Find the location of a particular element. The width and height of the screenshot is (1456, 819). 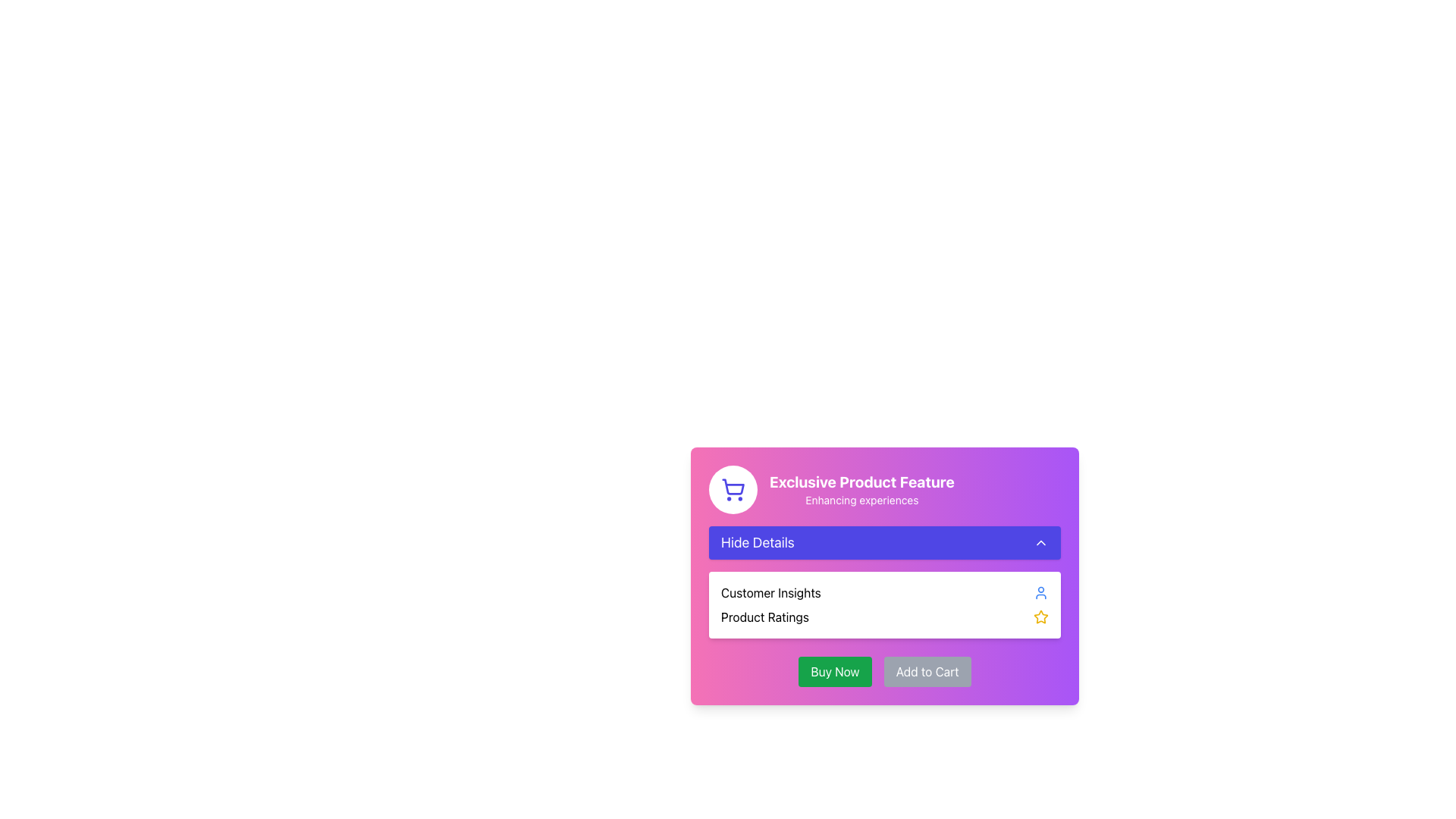

the shopping cart icon, which is styled in vibrant indigo and enclosed in a white circular background, located in the top-left area of the card with a gradient background is located at coordinates (733, 489).